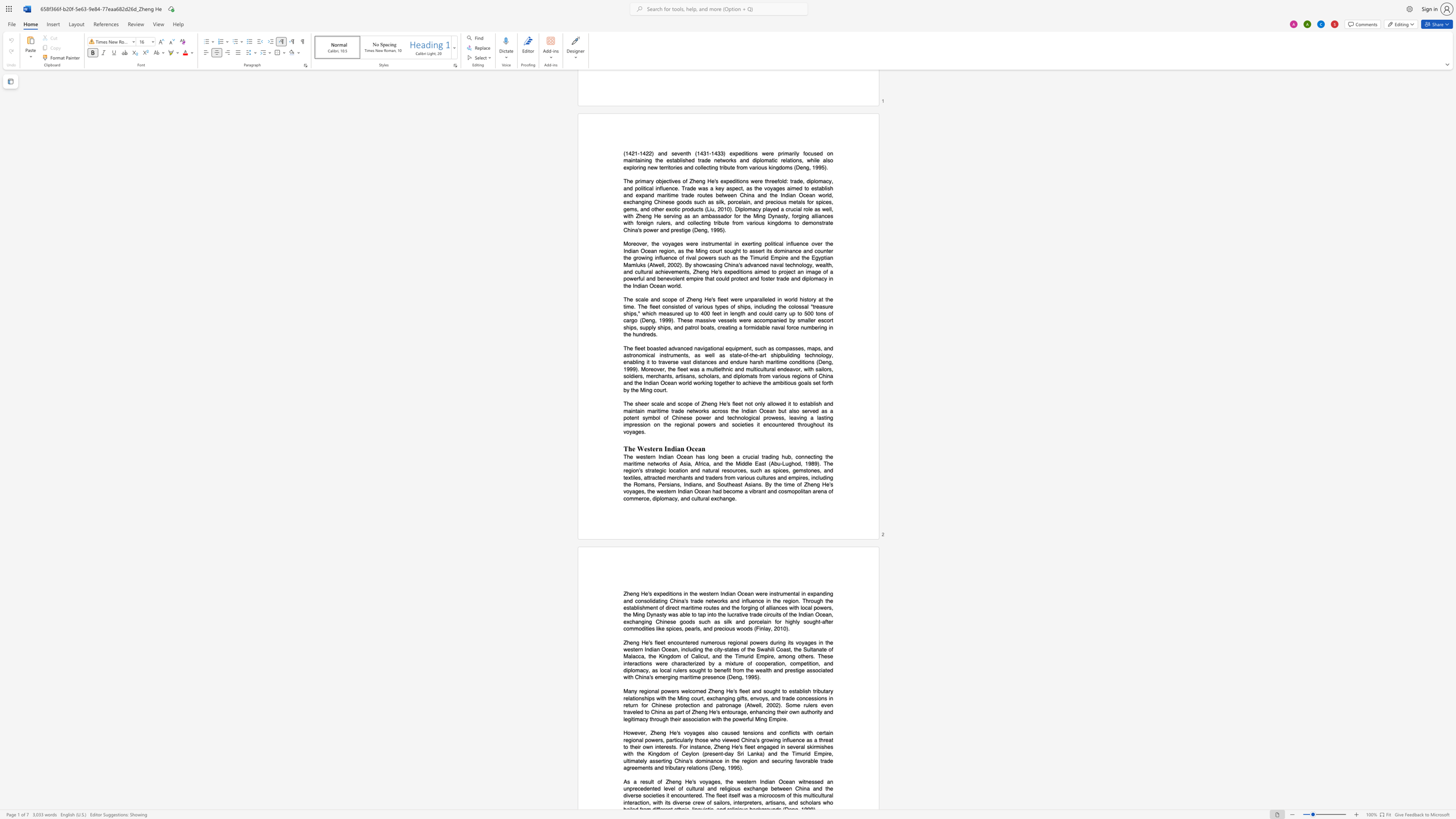 Image resolution: width=1456 pixels, height=819 pixels. What do you see at coordinates (630, 753) in the screenshot?
I see `the subset text "h the Kingdom of Ceylon (present-day Sri Lank" within the text "However, Zheng He"` at bounding box center [630, 753].